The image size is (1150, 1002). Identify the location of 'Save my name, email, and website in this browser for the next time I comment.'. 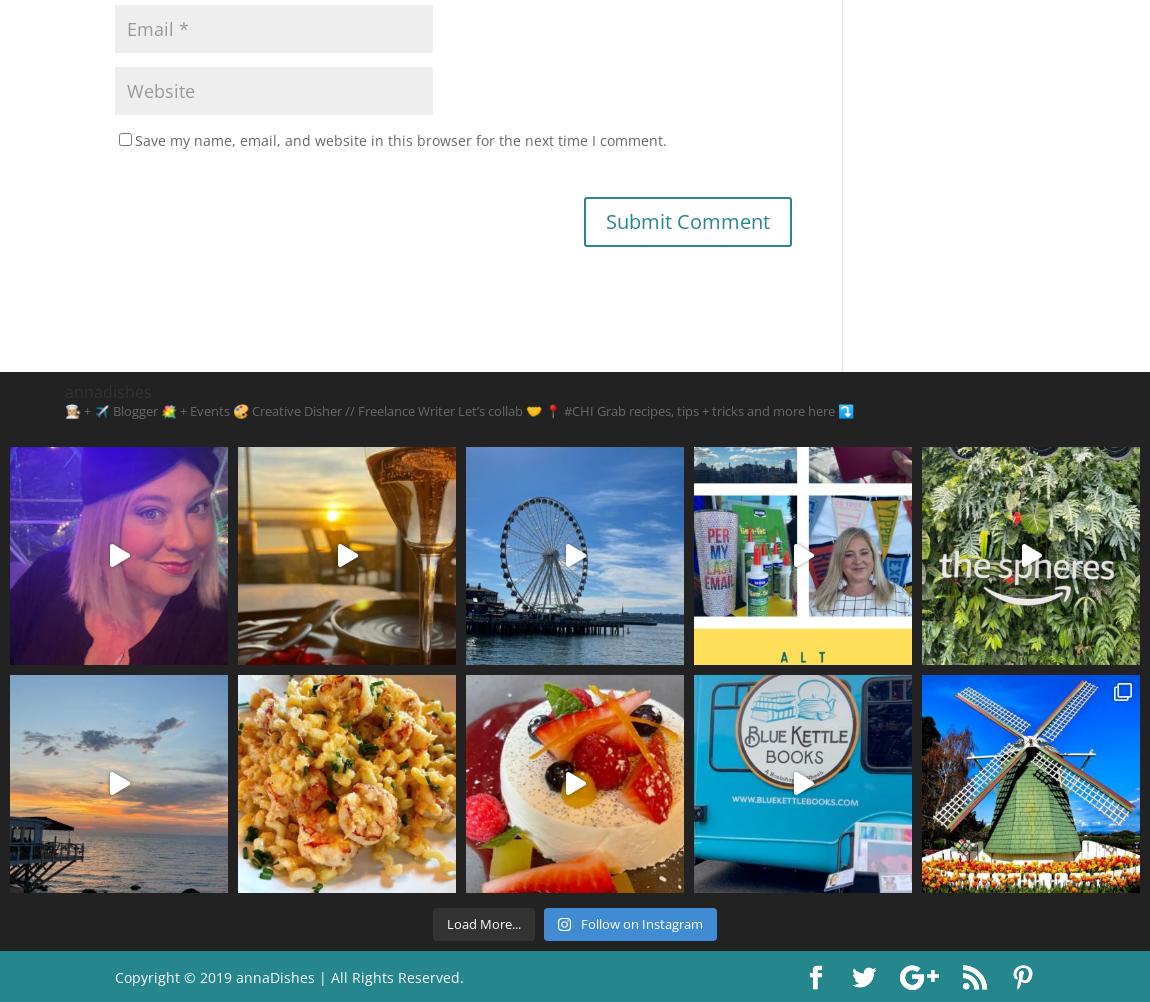
(134, 139).